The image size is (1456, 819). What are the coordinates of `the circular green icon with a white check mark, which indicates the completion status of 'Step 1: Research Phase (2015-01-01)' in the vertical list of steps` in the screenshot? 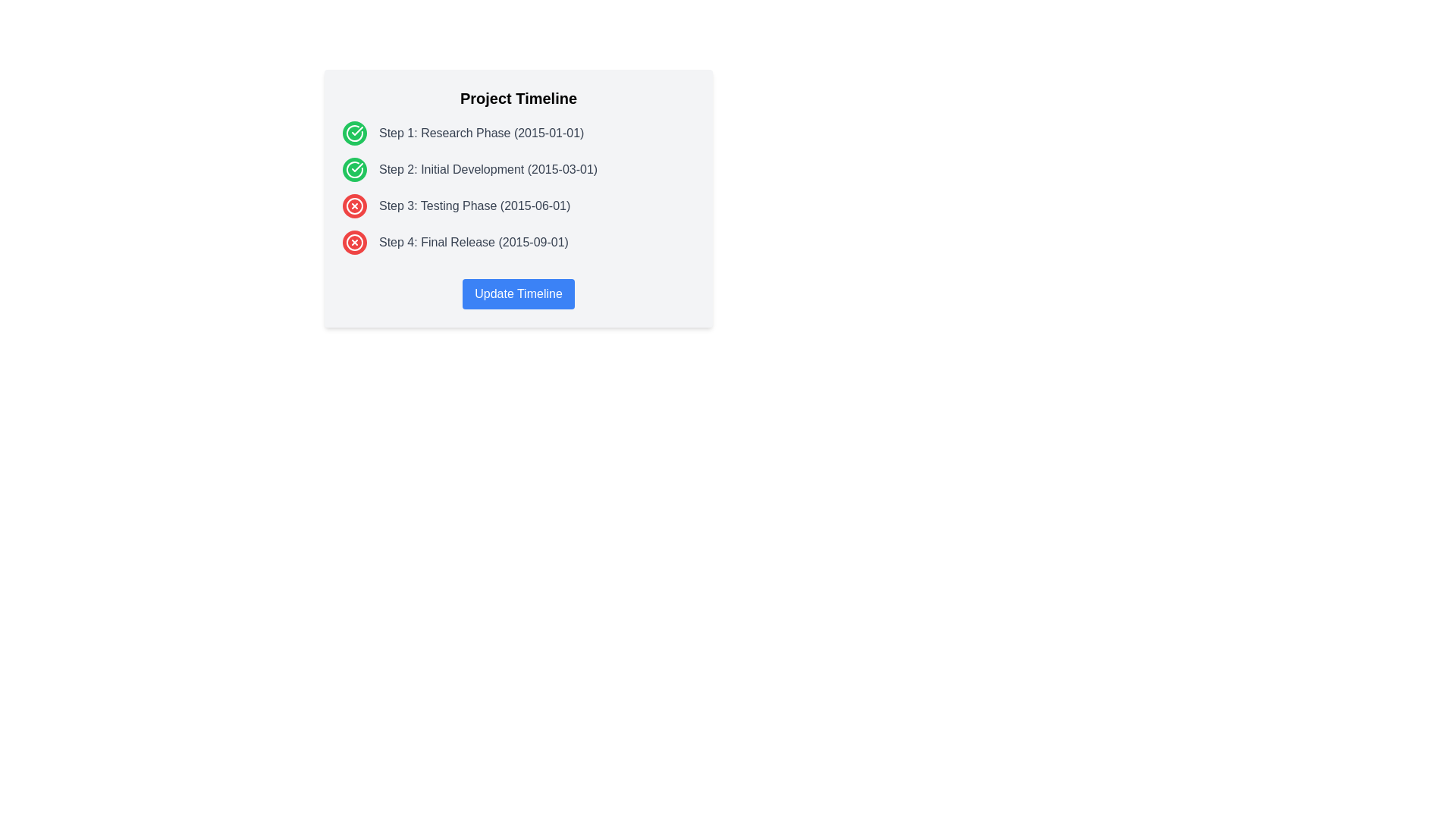 It's located at (353, 133).